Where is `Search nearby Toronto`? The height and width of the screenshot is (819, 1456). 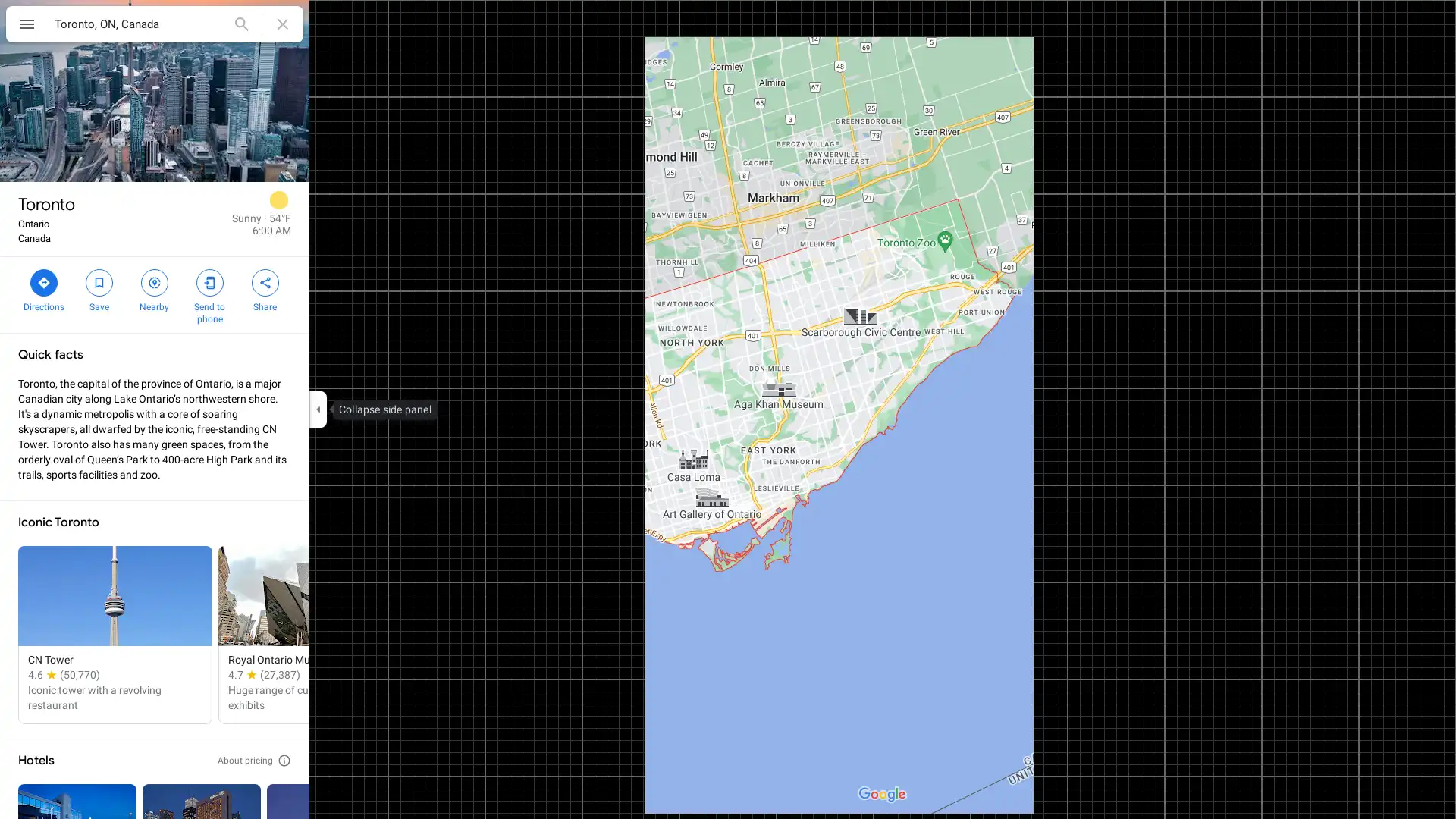
Search nearby Toronto is located at coordinates (154, 289).